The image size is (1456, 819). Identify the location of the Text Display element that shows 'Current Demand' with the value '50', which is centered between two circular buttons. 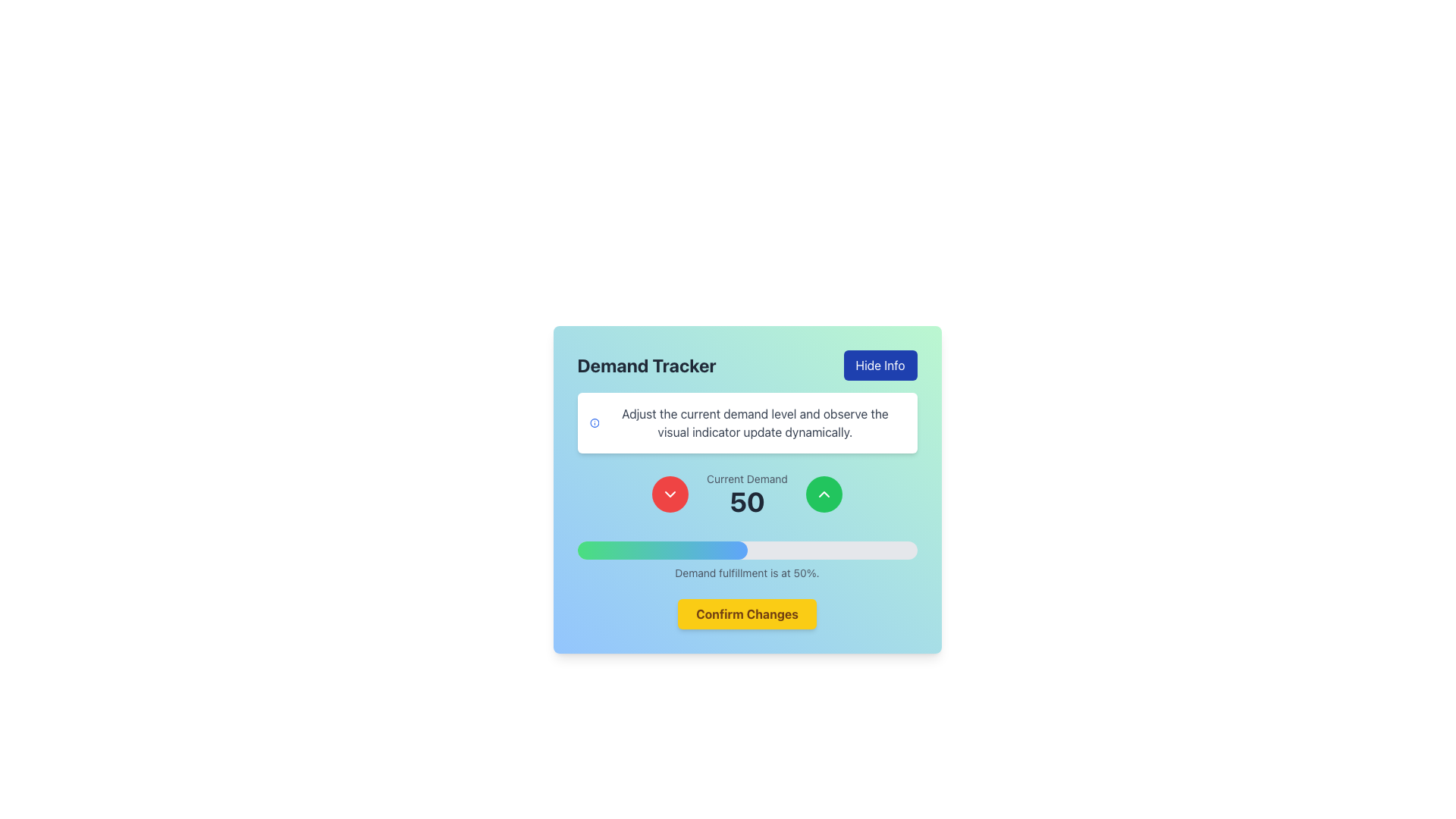
(747, 494).